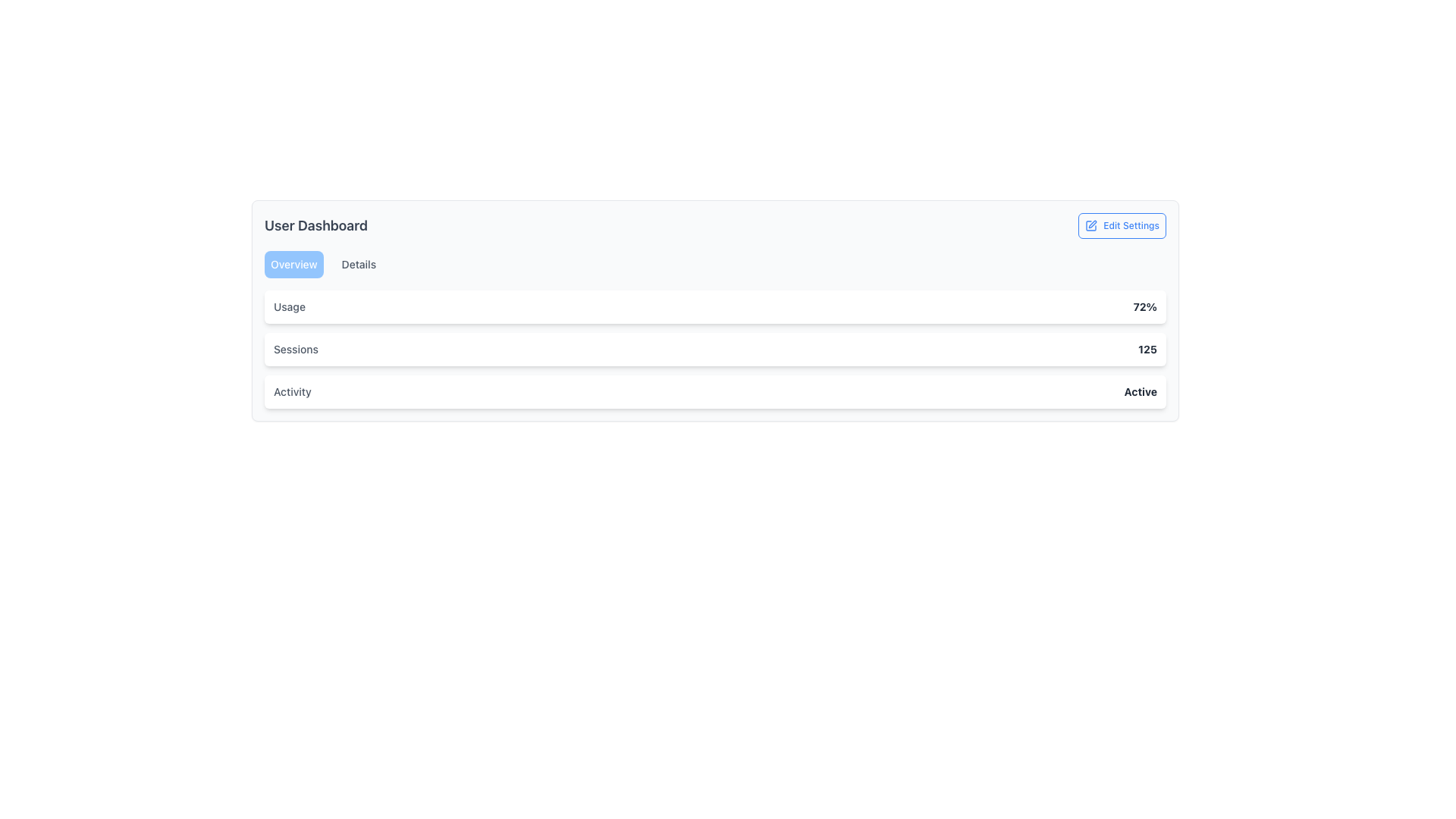 The width and height of the screenshot is (1456, 819). What do you see at coordinates (293, 263) in the screenshot?
I see `the 'Overview' button, which is a light blue rectangular button with white text and rounded corners located in the top-left of the navigation bar` at bounding box center [293, 263].